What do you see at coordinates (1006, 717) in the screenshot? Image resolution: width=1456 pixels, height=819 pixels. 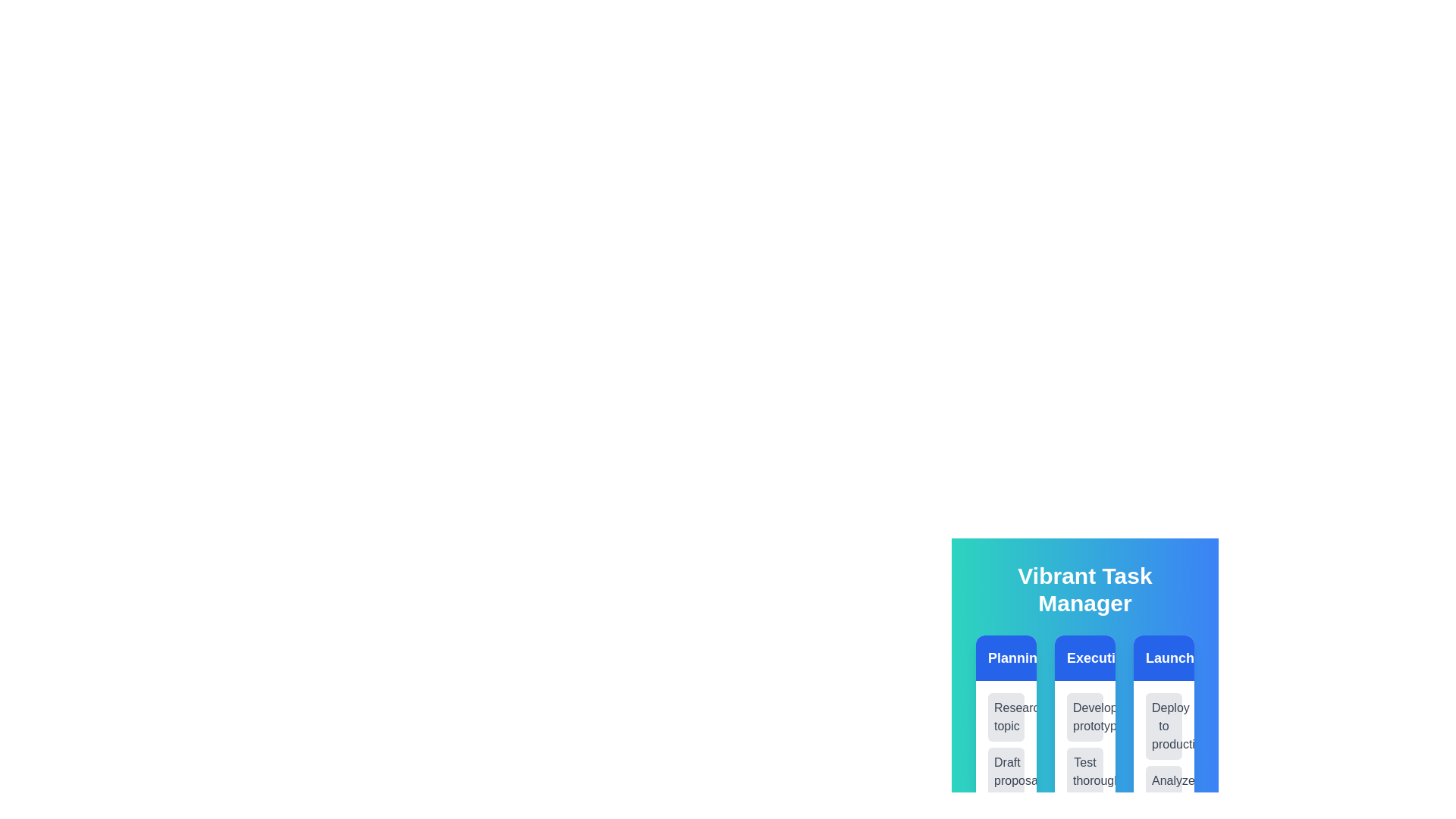 I see `the 'Research topic' label element, which is a rectangular button with rounded corners and a light gray background, containing centrally aligned text` at bounding box center [1006, 717].